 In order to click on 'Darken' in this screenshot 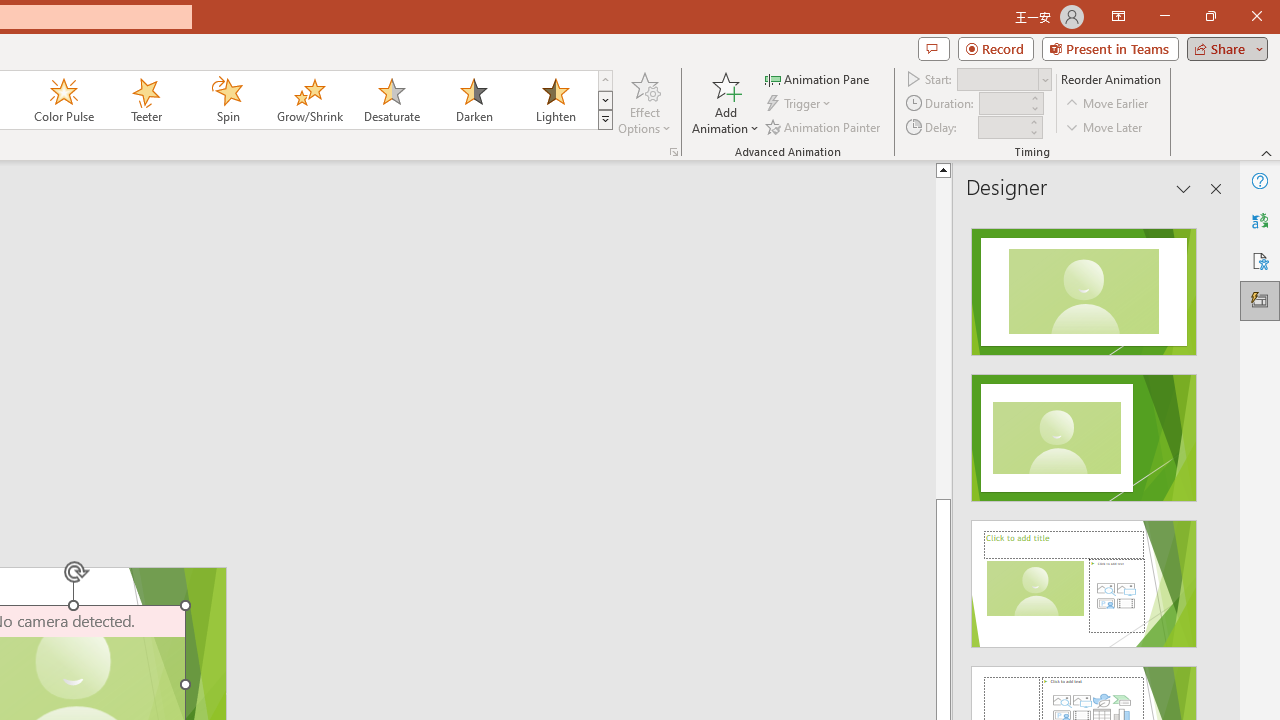, I will do `click(472, 100)`.